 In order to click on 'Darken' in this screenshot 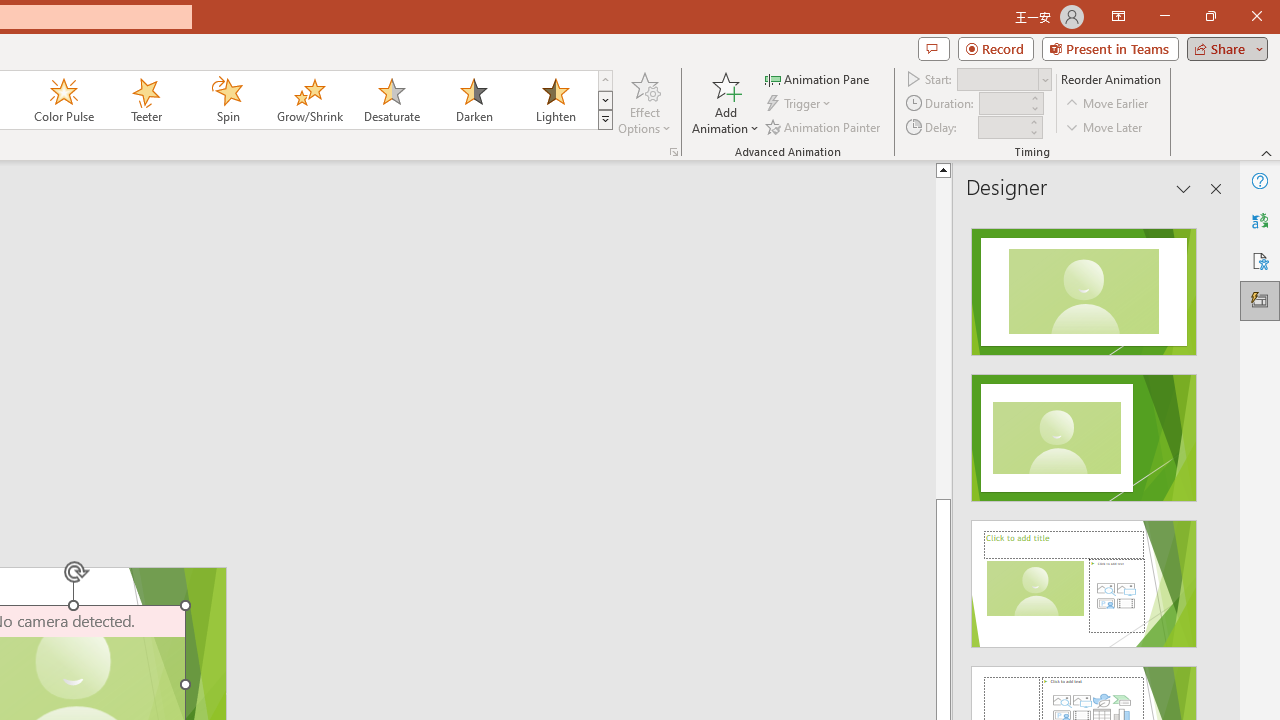, I will do `click(472, 100)`.